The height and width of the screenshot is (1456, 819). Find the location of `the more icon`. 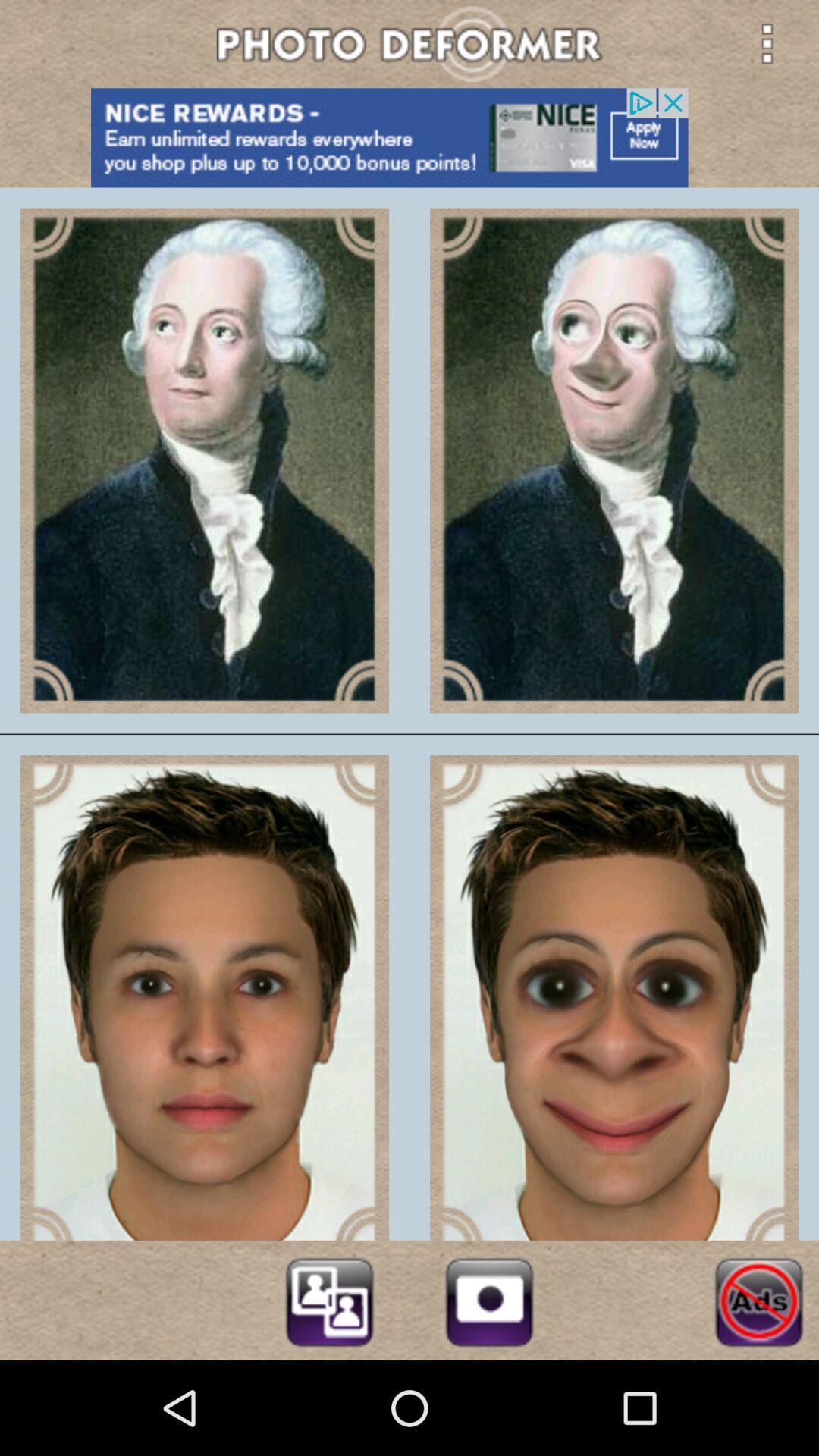

the more icon is located at coordinates (767, 46).